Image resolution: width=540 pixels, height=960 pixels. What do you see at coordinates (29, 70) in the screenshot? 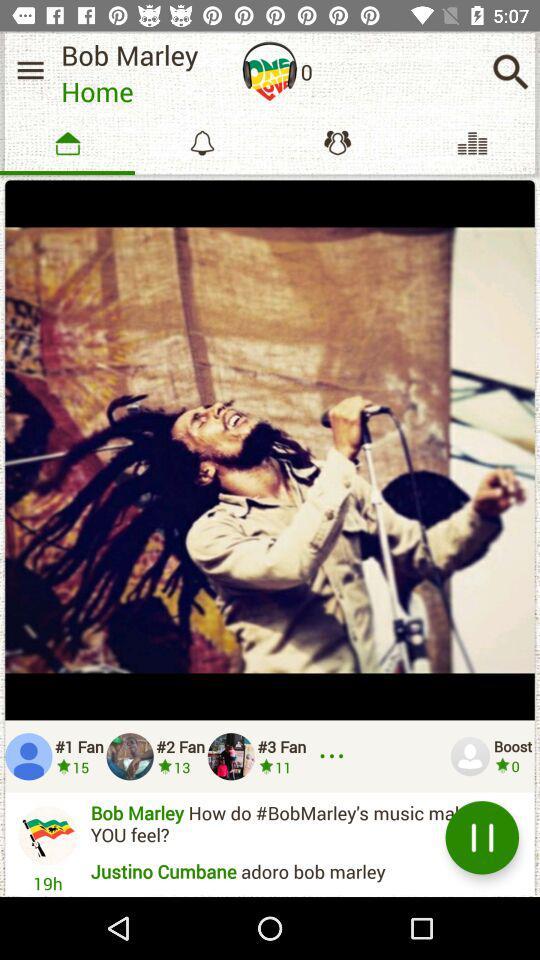
I see `home menu option` at bounding box center [29, 70].